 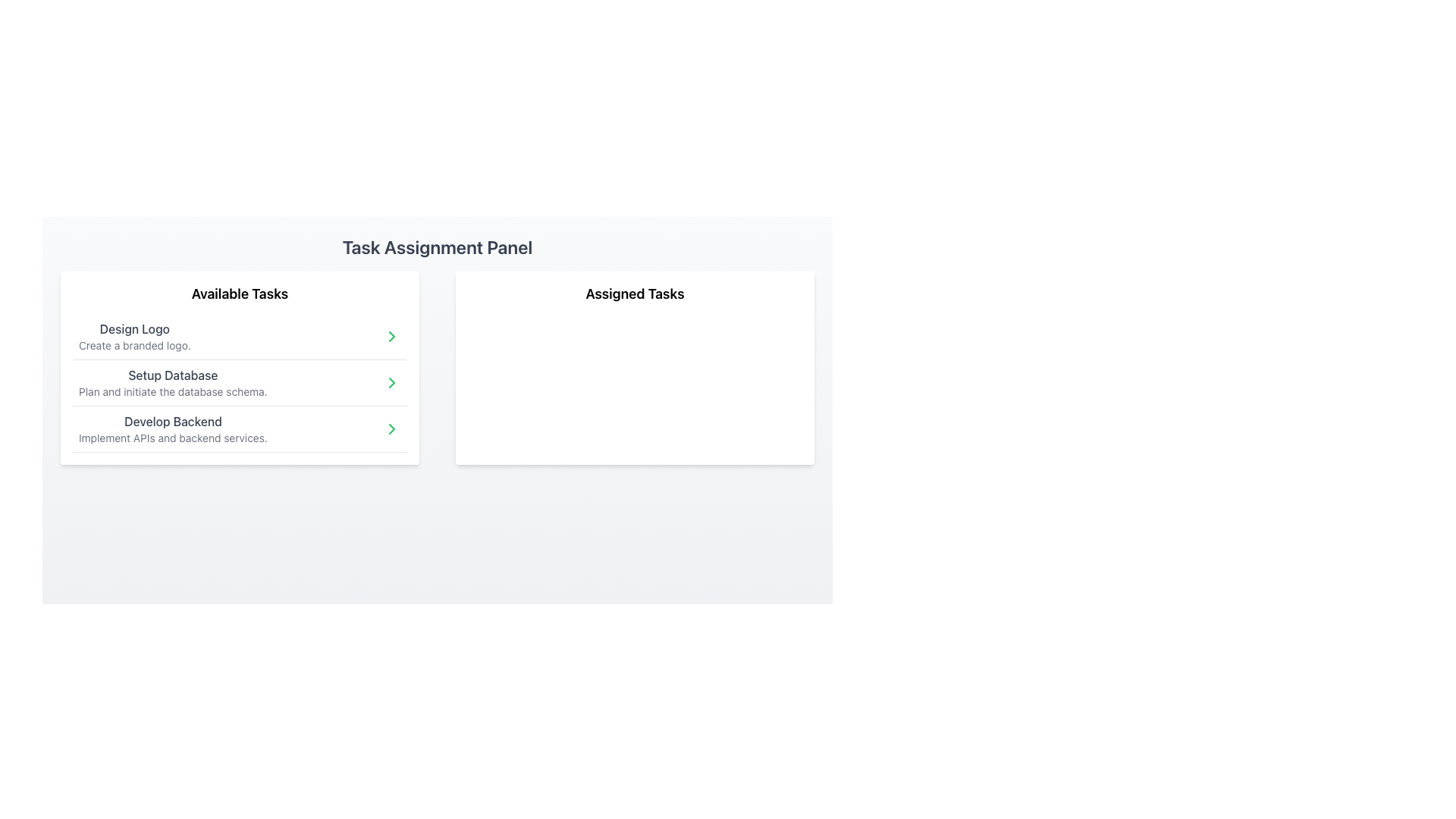 What do you see at coordinates (173, 391) in the screenshot?
I see `descriptive text 'Plan and initiate the database schema.' located beneath the bolded heading 'Setup Database' in the left panel 'Available Tasks'` at bounding box center [173, 391].